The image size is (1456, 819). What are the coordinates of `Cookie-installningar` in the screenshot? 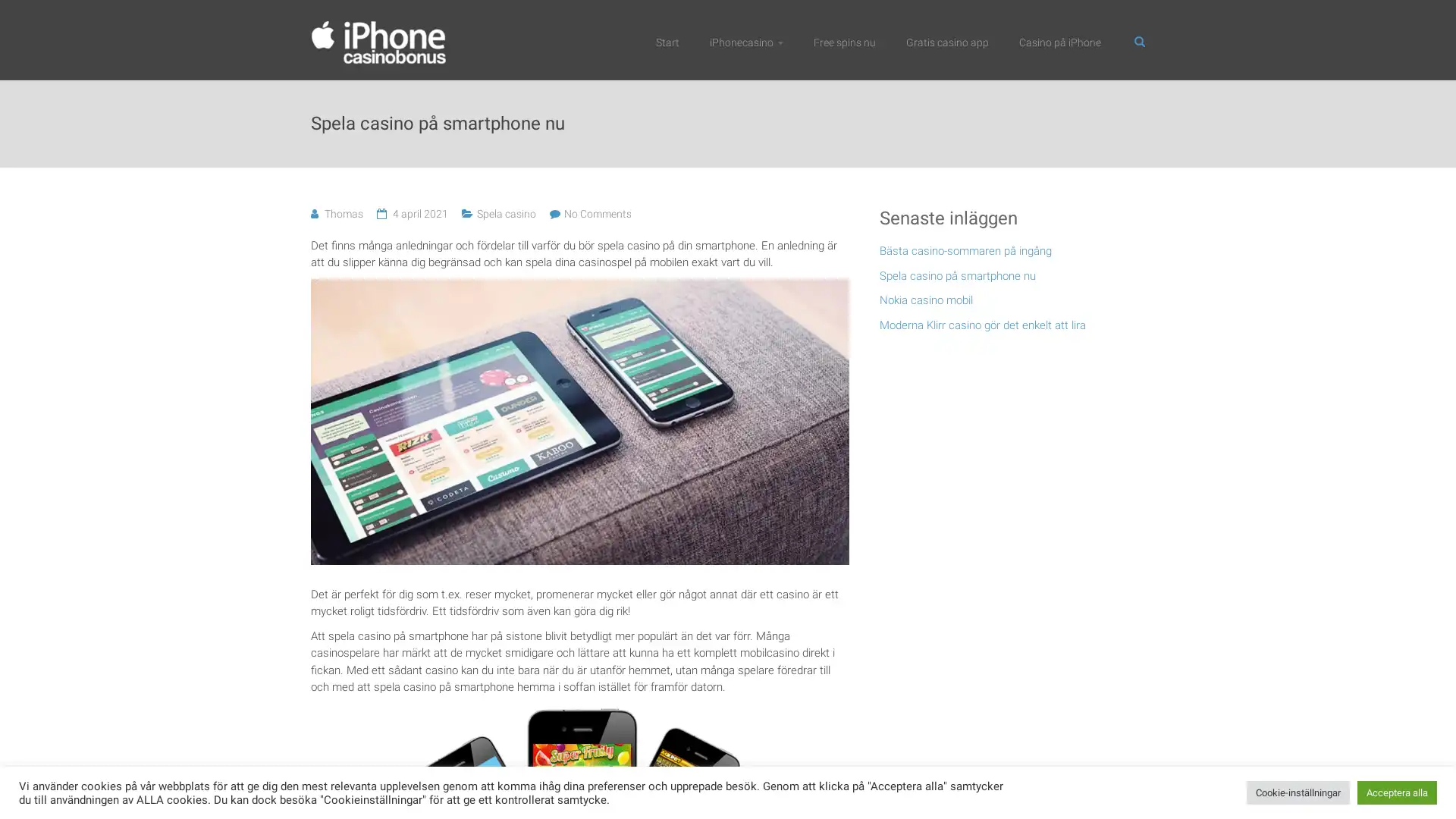 It's located at (1298, 792).